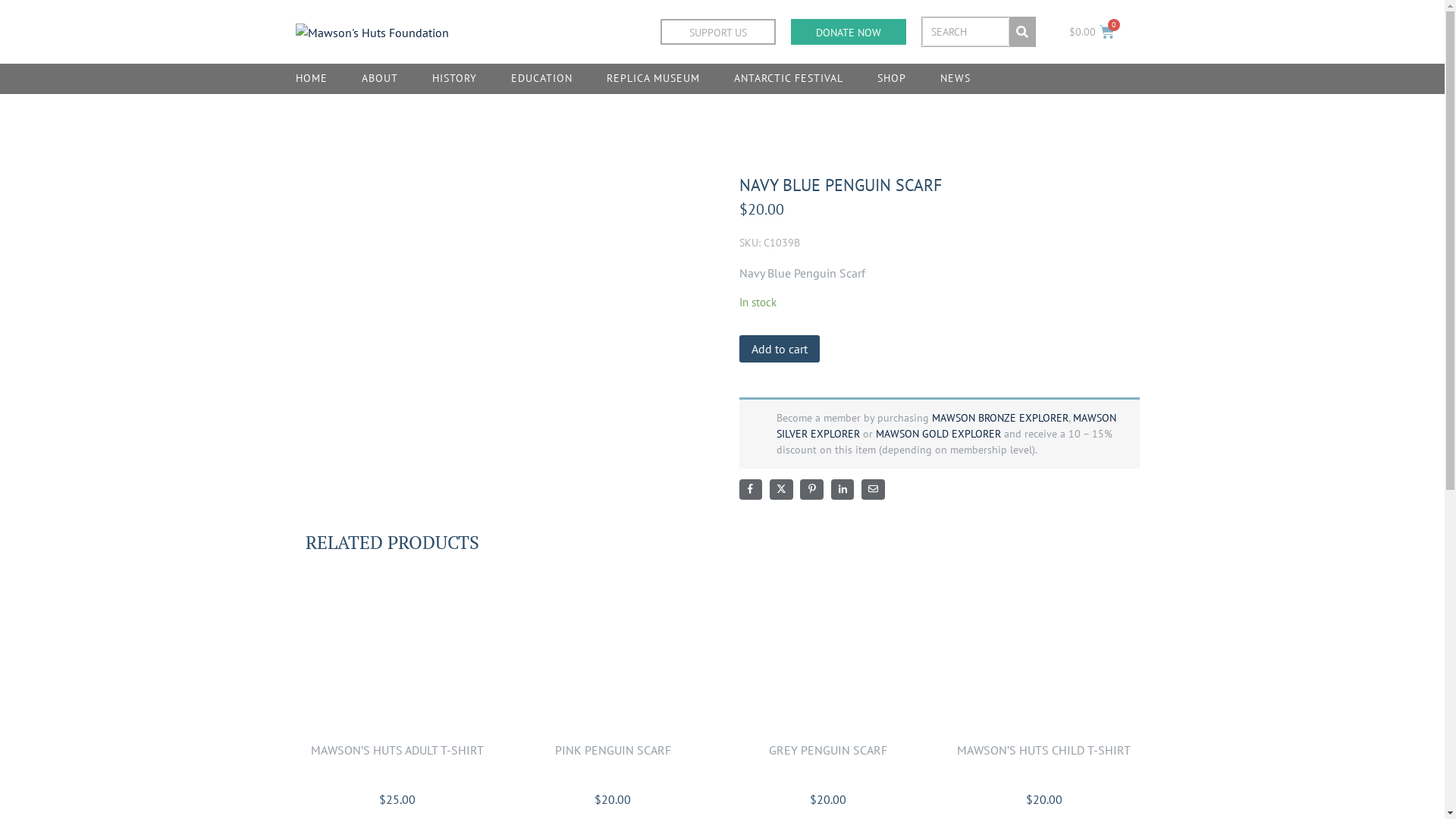  Describe the element at coordinates (999, 418) in the screenshot. I see `'MAWSON BRONZE EXPLORER'` at that location.